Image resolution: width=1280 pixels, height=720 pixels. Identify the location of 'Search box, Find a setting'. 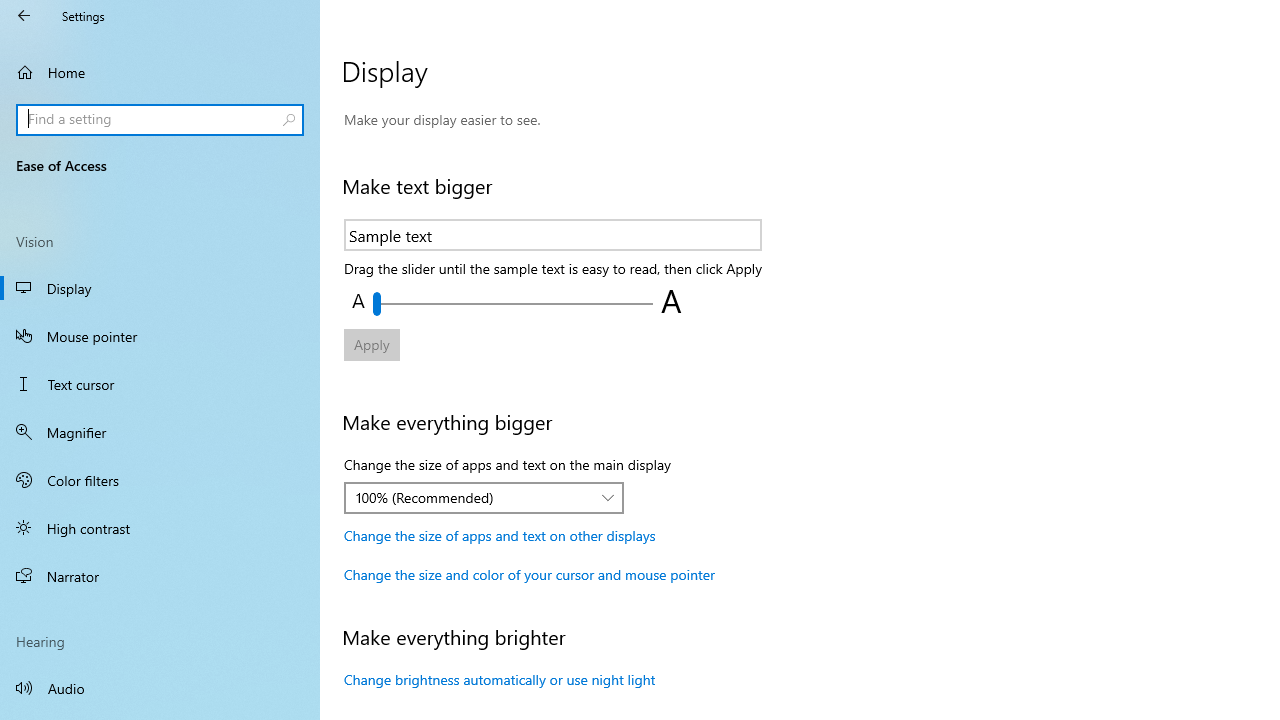
(160, 119).